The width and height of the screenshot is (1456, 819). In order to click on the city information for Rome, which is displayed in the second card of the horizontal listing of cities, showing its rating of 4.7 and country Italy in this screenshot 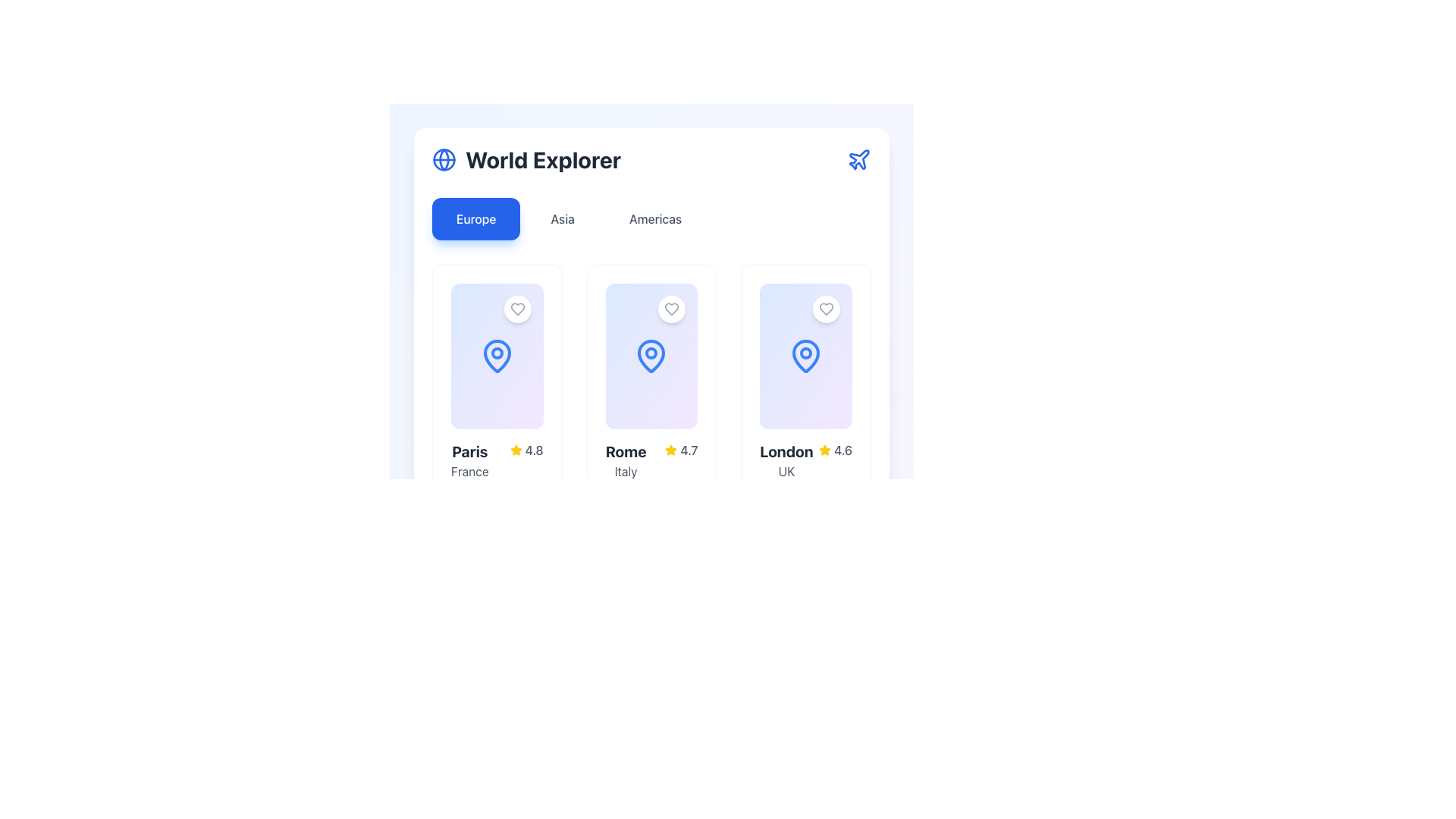, I will do `click(651, 460)`.